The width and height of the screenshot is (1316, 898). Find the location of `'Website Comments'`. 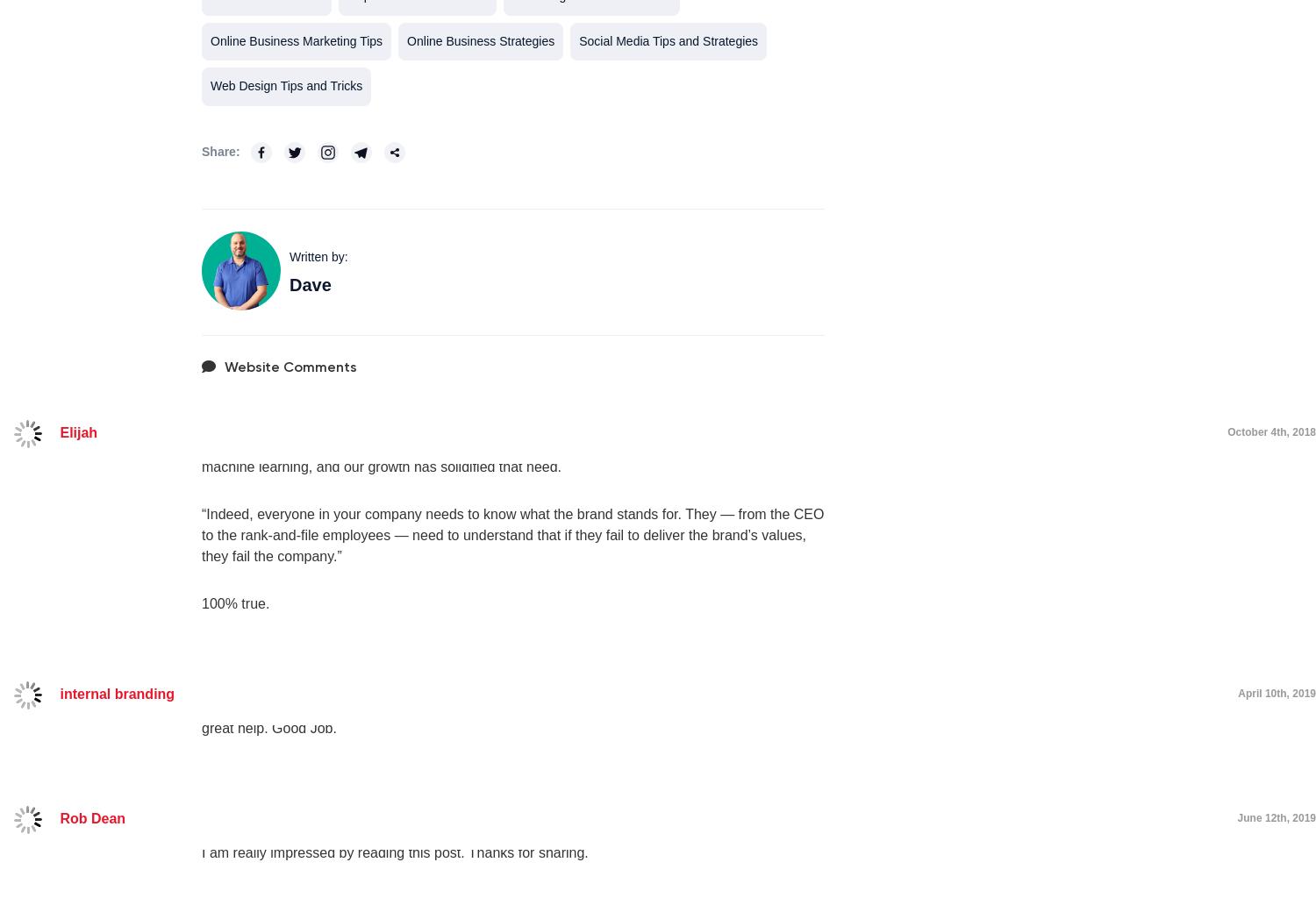

'Website Comments' is located at coordinates (290, 365).